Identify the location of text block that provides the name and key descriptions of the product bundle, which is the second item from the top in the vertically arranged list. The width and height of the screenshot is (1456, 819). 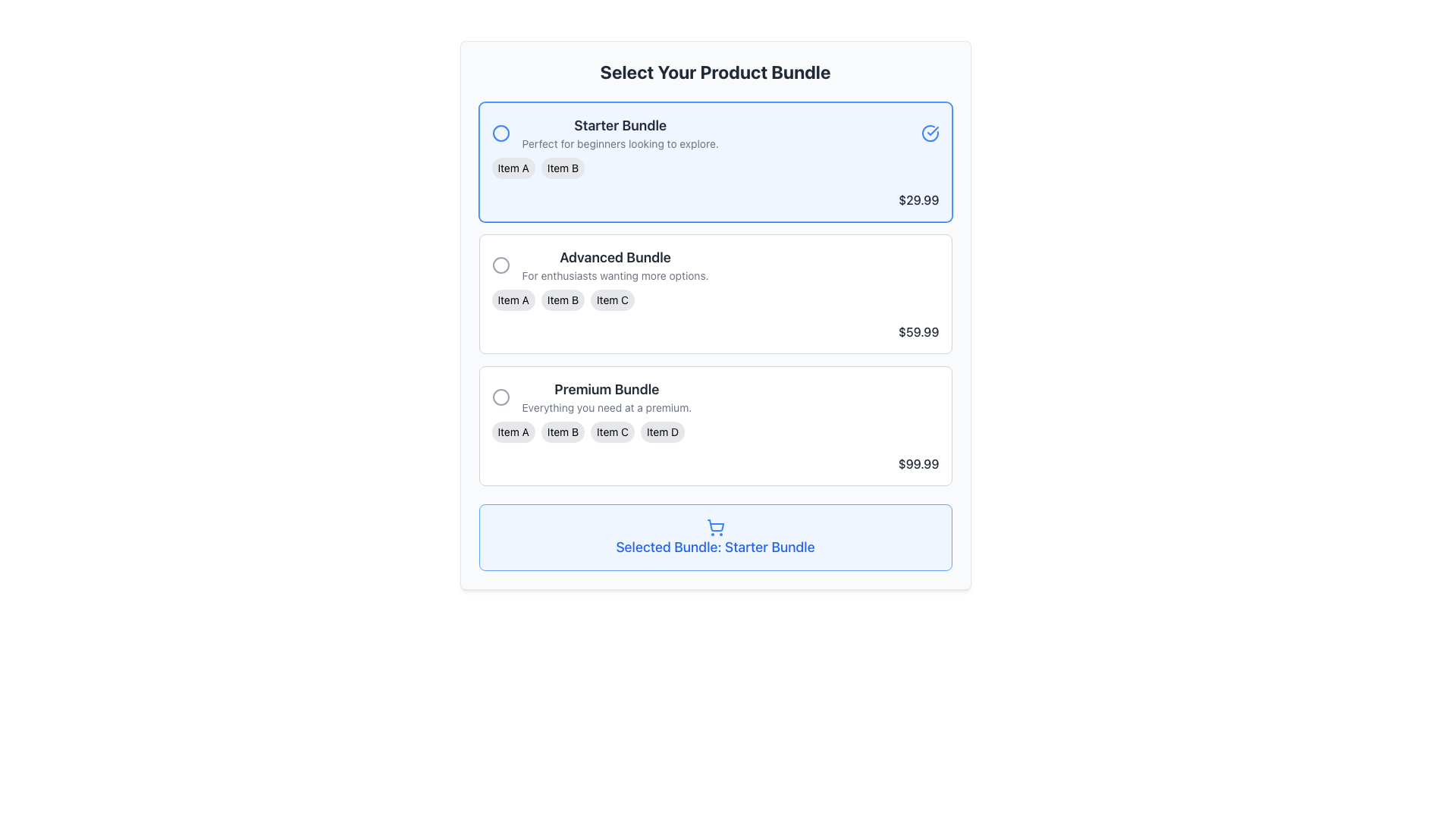
(615, 265).